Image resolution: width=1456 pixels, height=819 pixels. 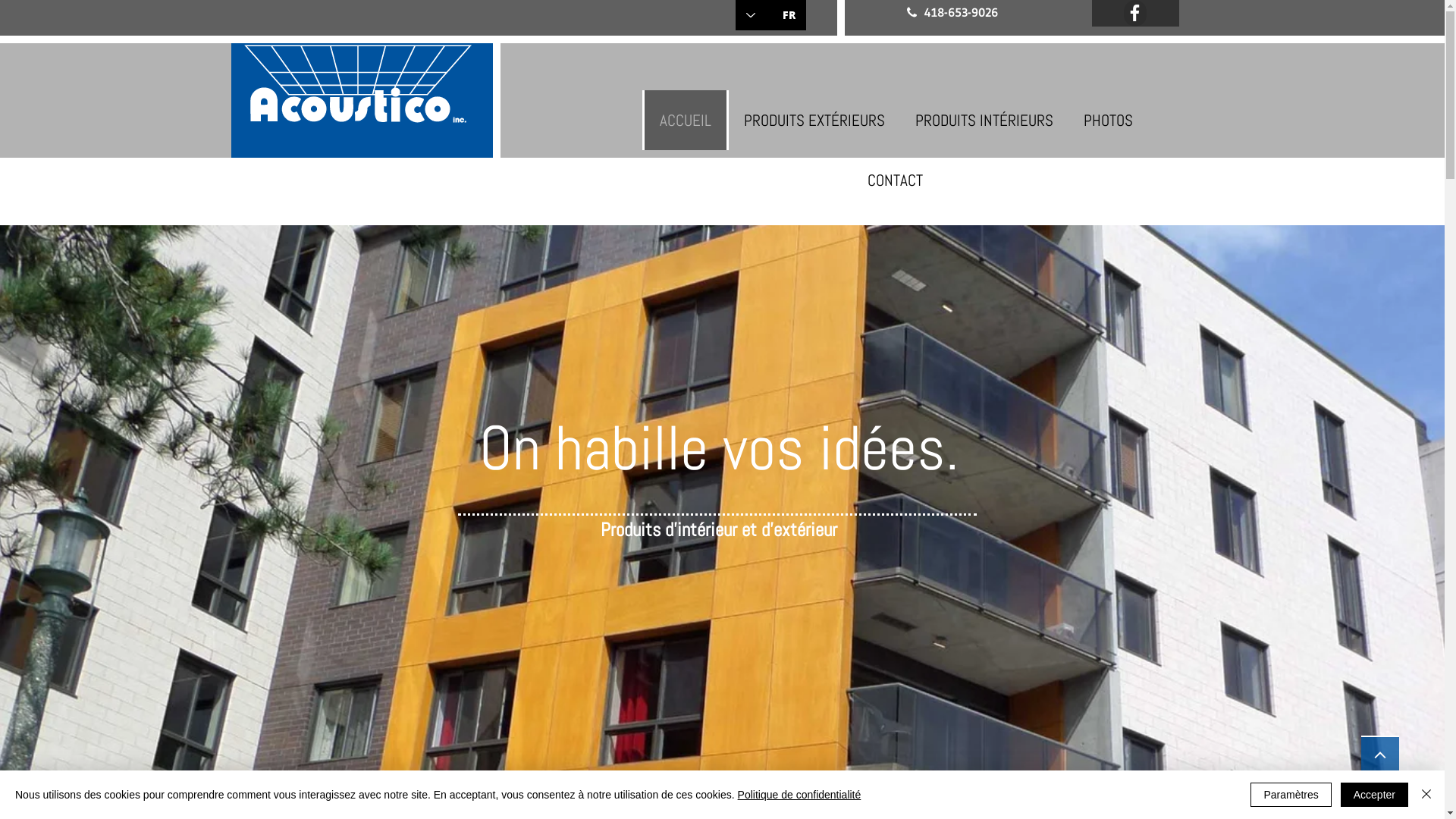 I want to click on 'ACCUEIL', so click(x=641, y=119).